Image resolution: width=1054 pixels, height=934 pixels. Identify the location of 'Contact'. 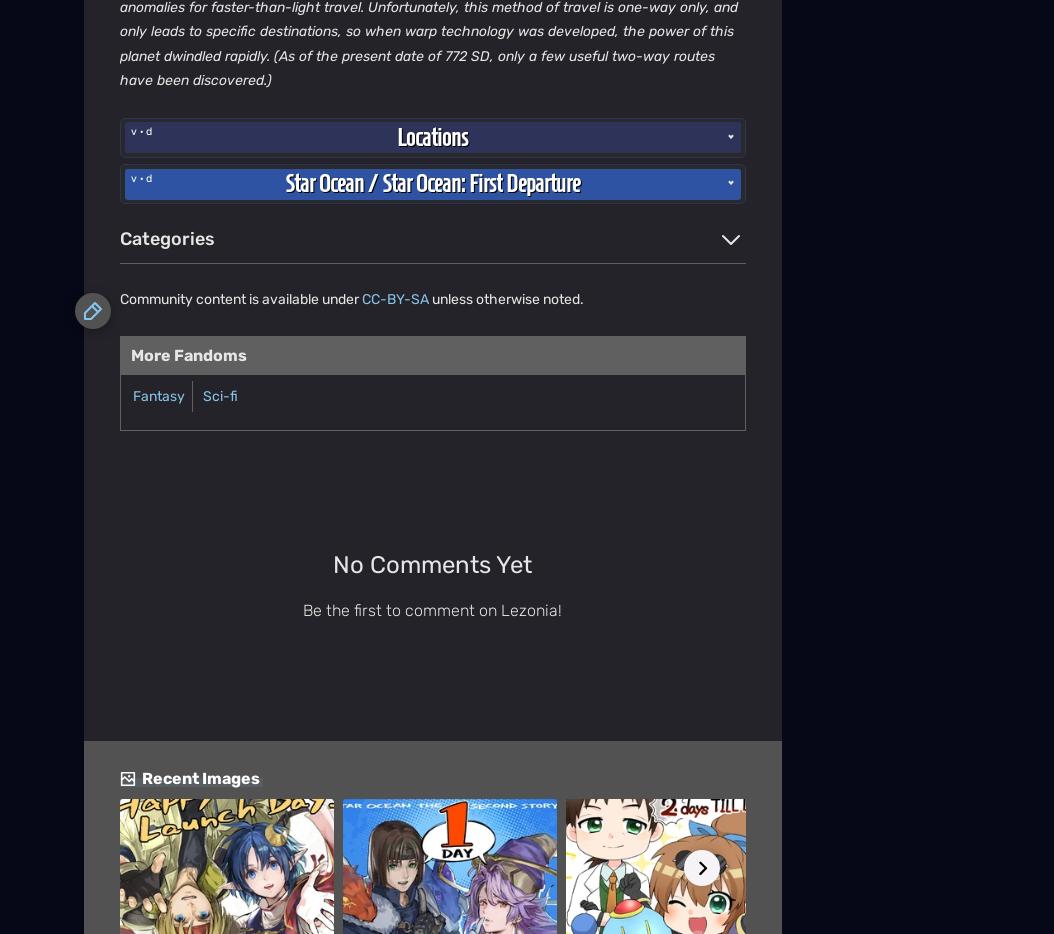
(109, 311).